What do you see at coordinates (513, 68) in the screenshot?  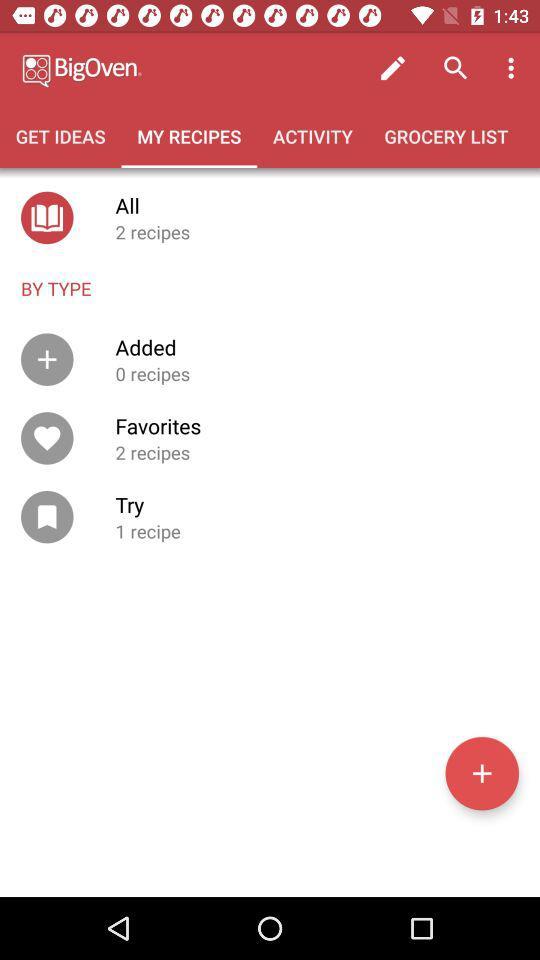 I see `the icon above the grocery list` at bounding box center [513, 68].